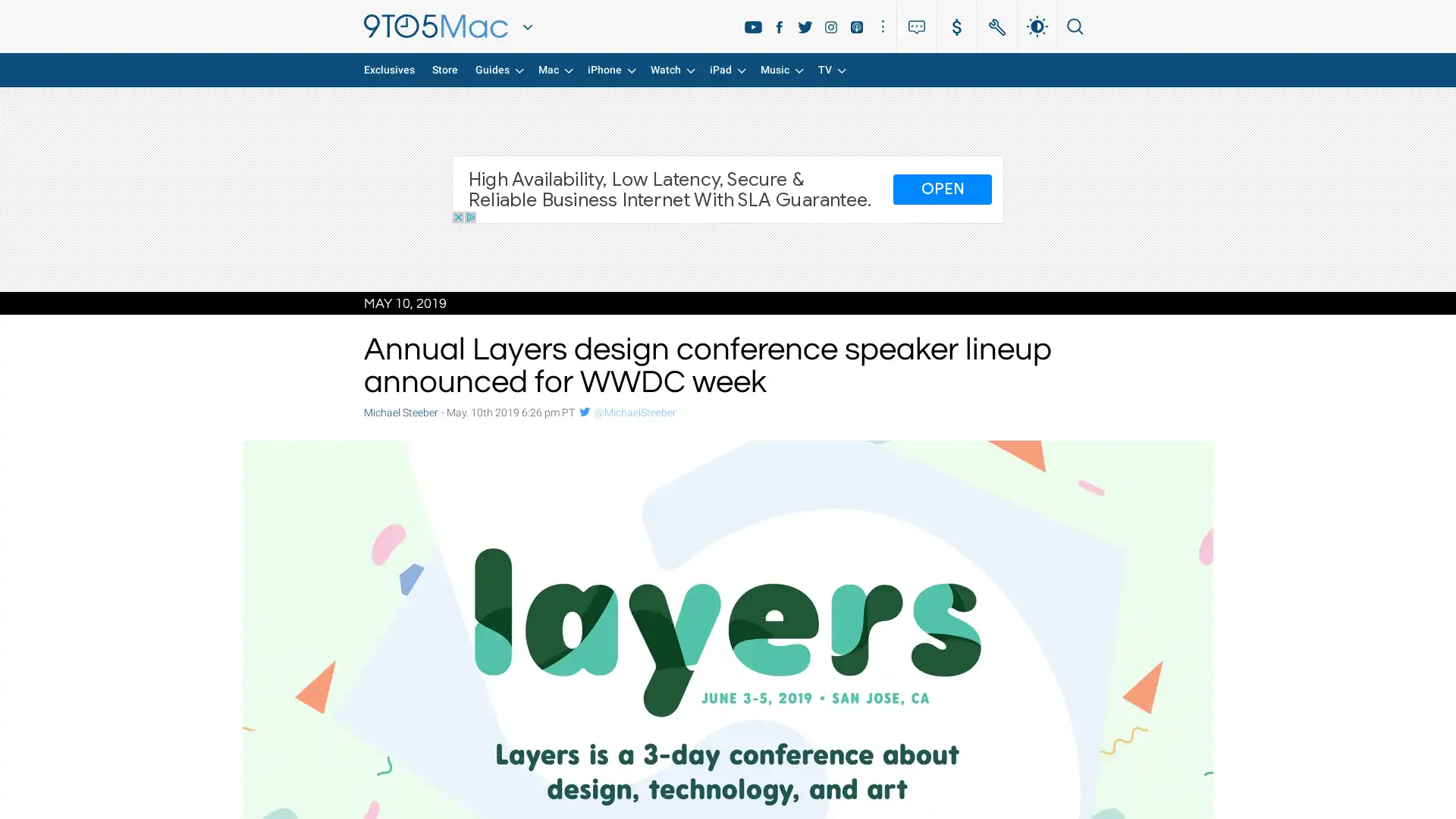 Image resolution: width=1456 pixels, height=819 pixels. Describe the element at coordinates (527, 26) in the screenshot. I see `Switch site` at that location.